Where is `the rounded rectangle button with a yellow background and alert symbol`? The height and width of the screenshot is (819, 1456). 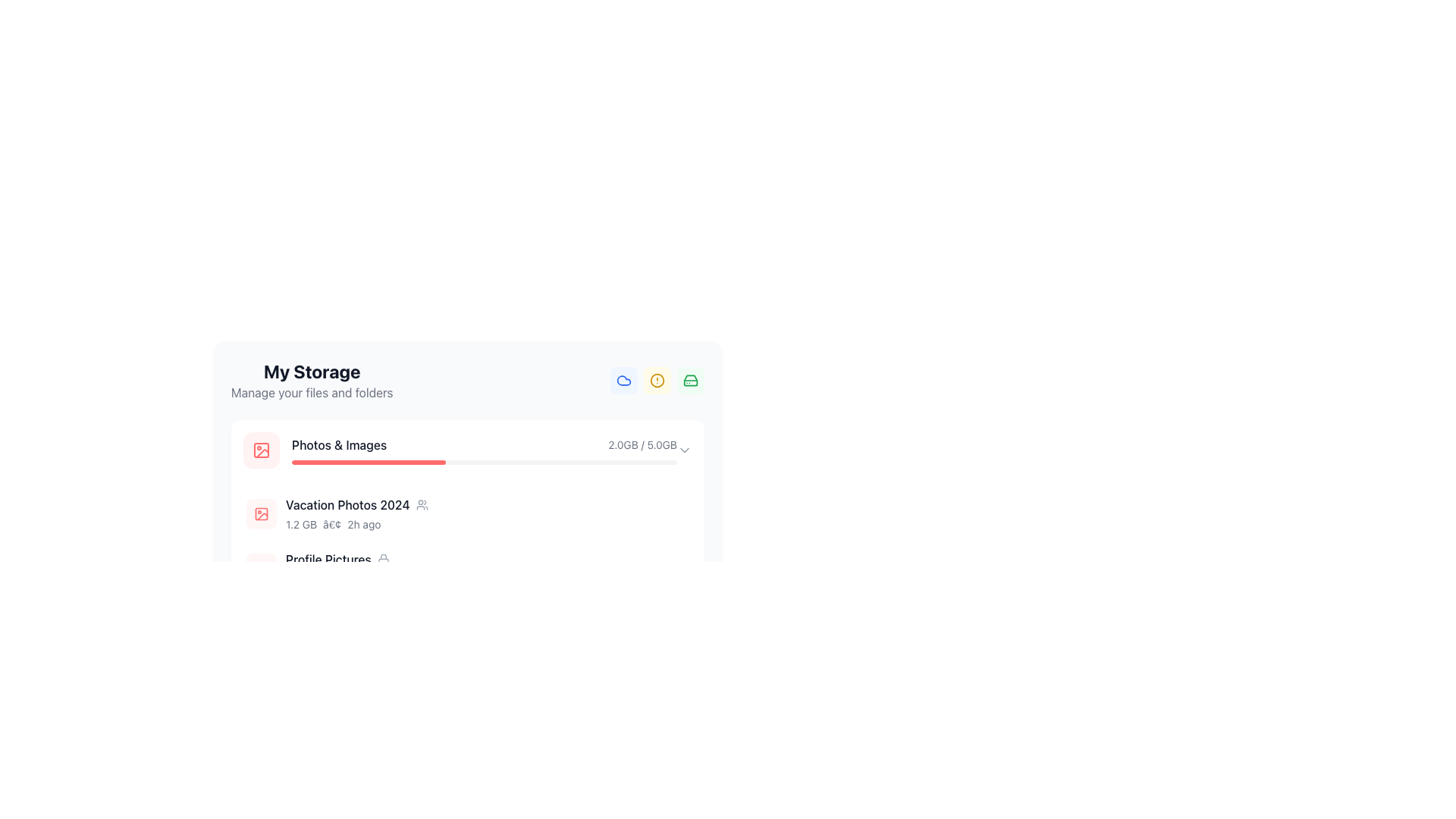
the rounded rectangle button with a yellow background and alert symbol is located at coordinates (657, 379).